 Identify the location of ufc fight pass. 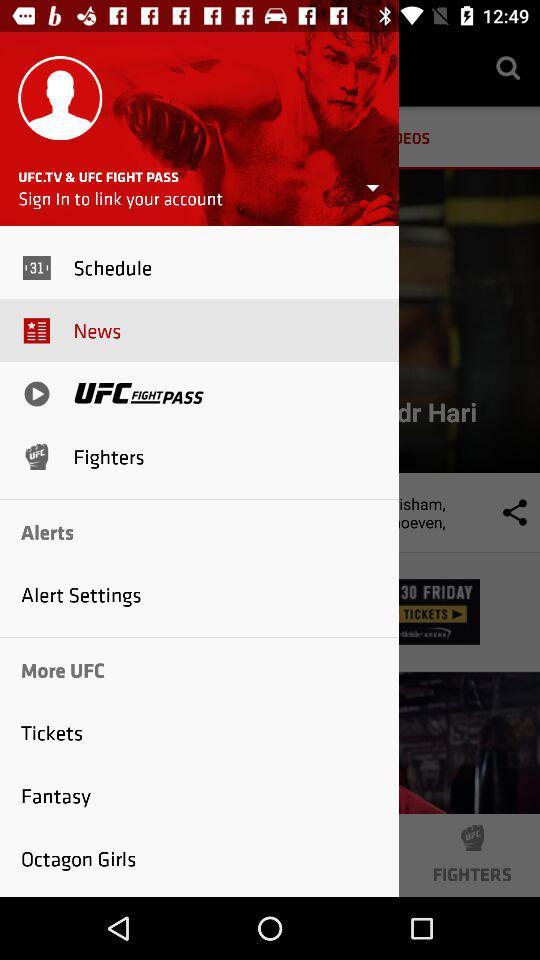
(138, 392).